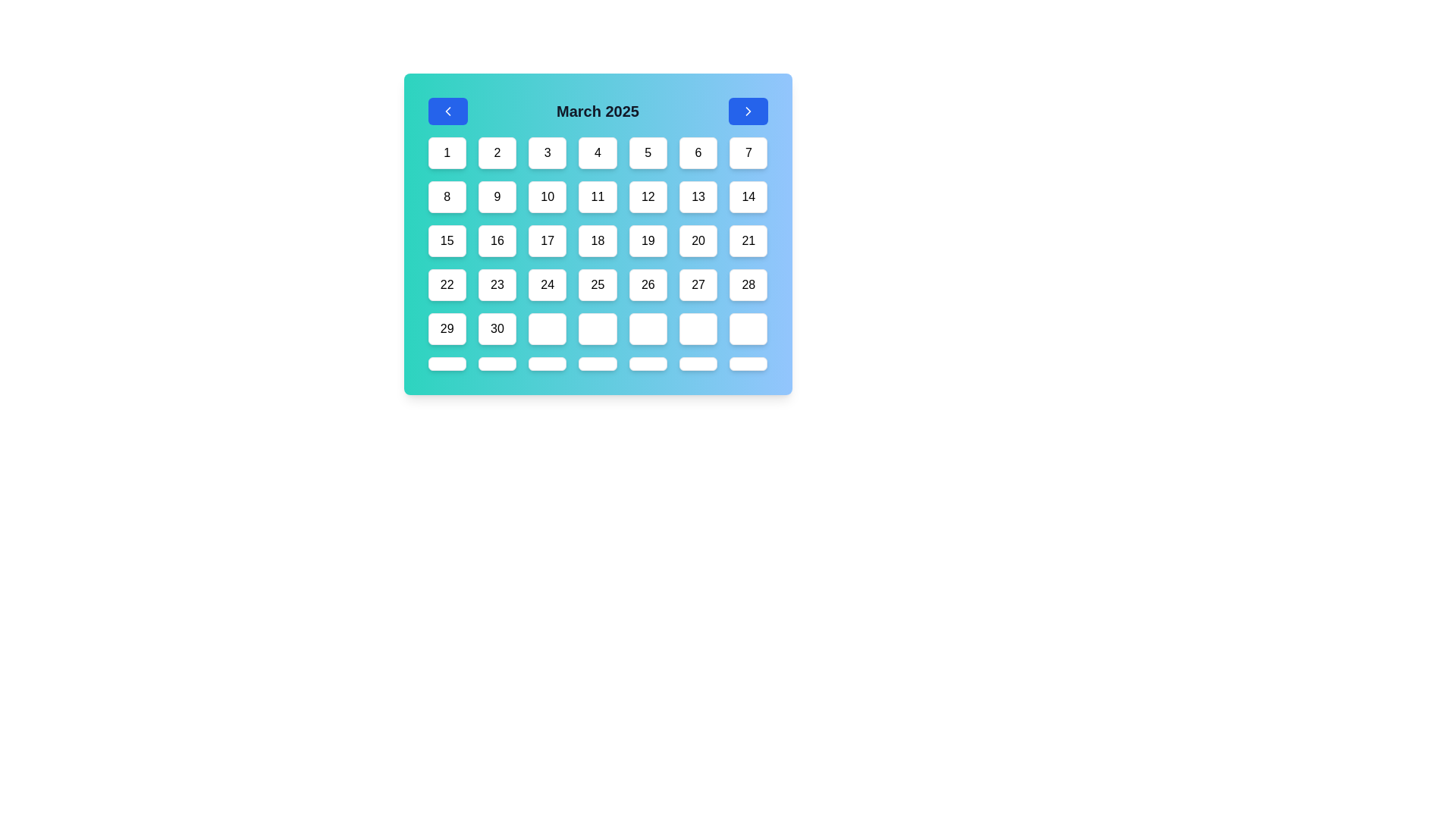 The height and width of the screenshot is (819, 1456). What do you see at coordinates (447, 110) in the screenshot?
I see `the blue rounded rectangular button with a left-pointing arrow icon located to the left of the text 'March 2025'` at bounding box center [447, 110].